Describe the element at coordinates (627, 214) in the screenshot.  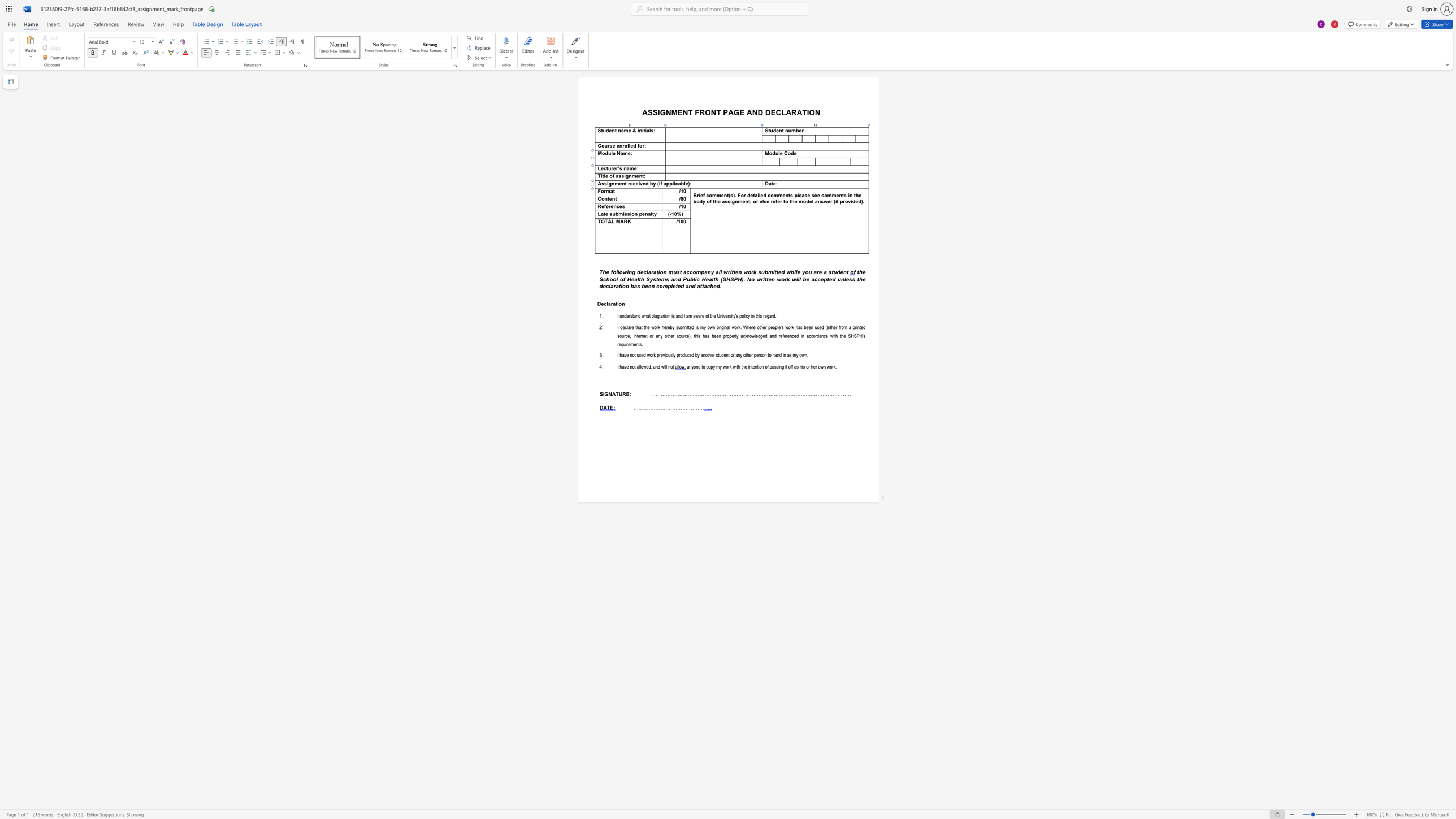
I see `the space between the continuous character "s" and "s" in the text` at that location.